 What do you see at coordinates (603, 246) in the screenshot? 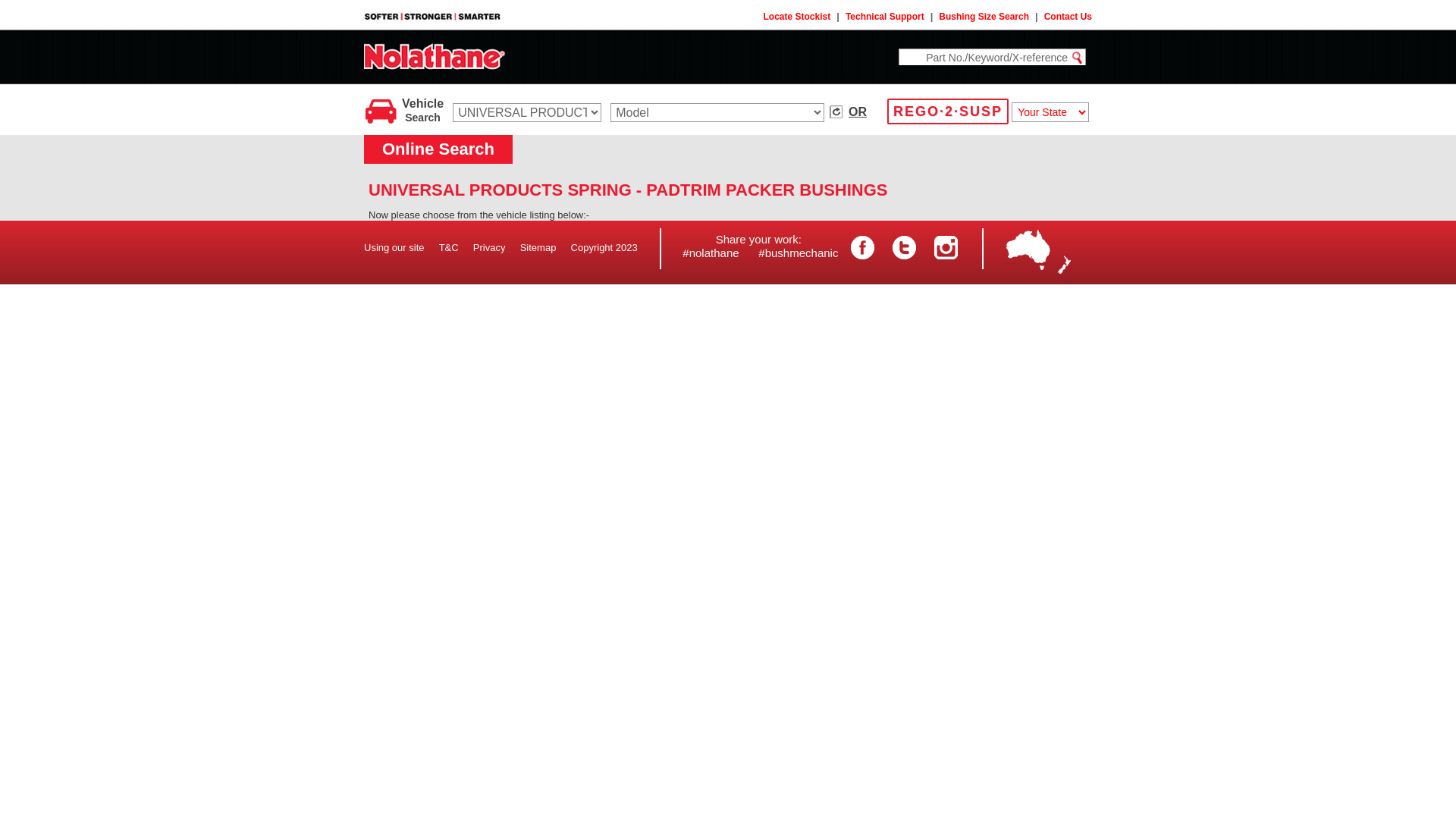
I see `'Copyright 2023'` at bounding box center [603, 246].